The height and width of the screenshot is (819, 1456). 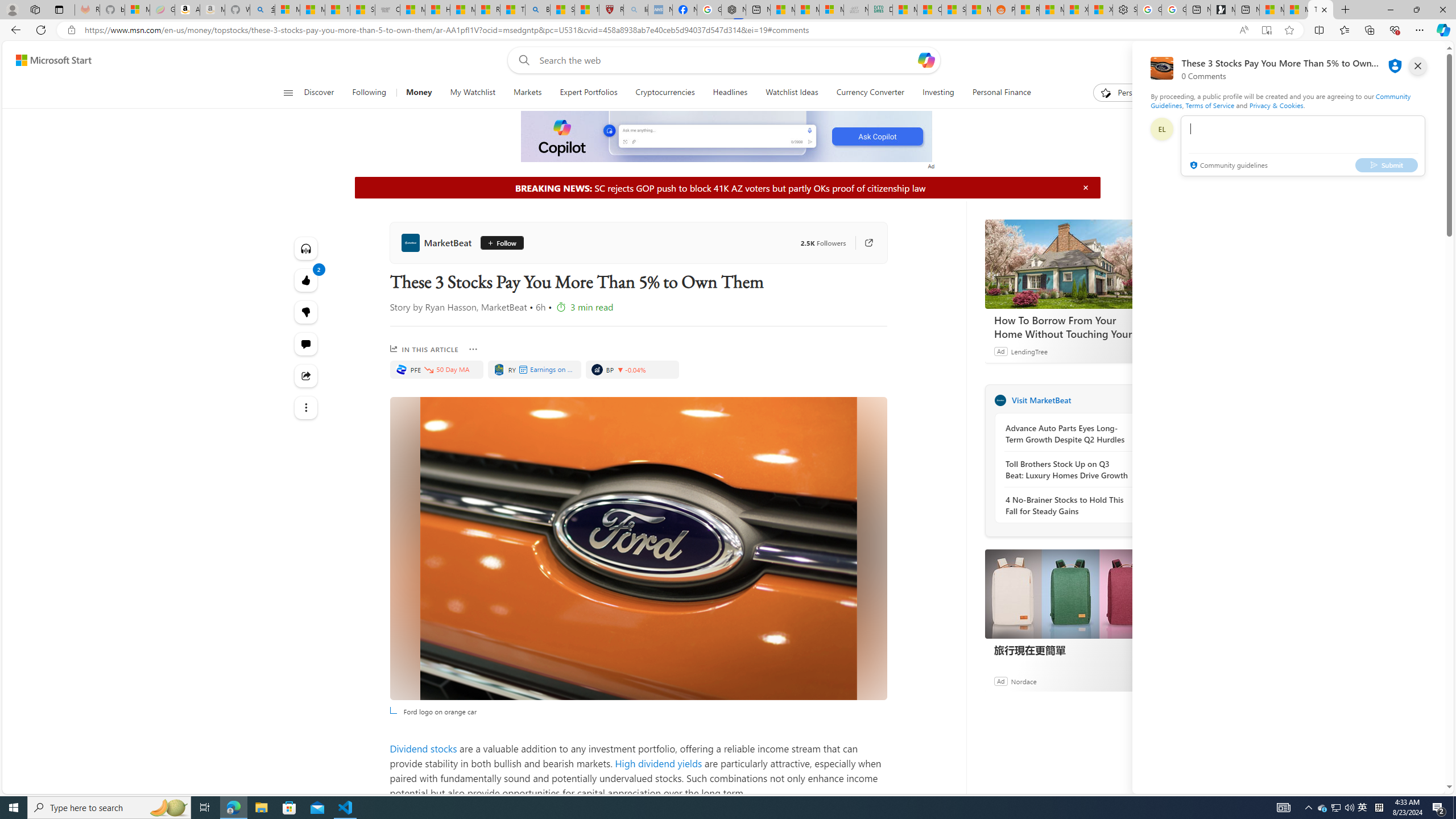 What do you see at coordinates (996, 92) in the screenshot?
I see `'Personal Finance'` at bounding box center [996, 92].